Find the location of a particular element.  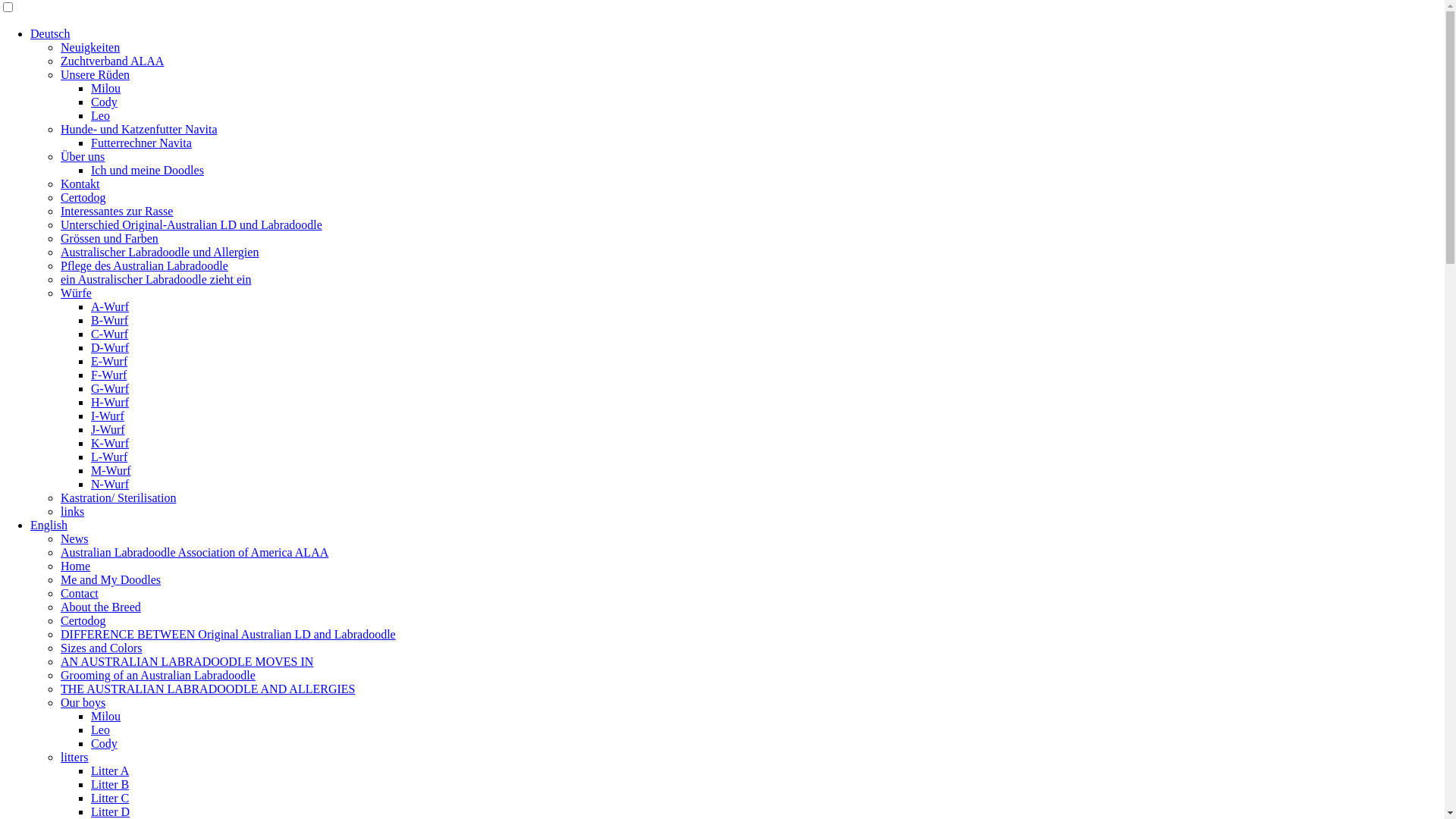

'Litter D' is located at coordinates (109, 811).